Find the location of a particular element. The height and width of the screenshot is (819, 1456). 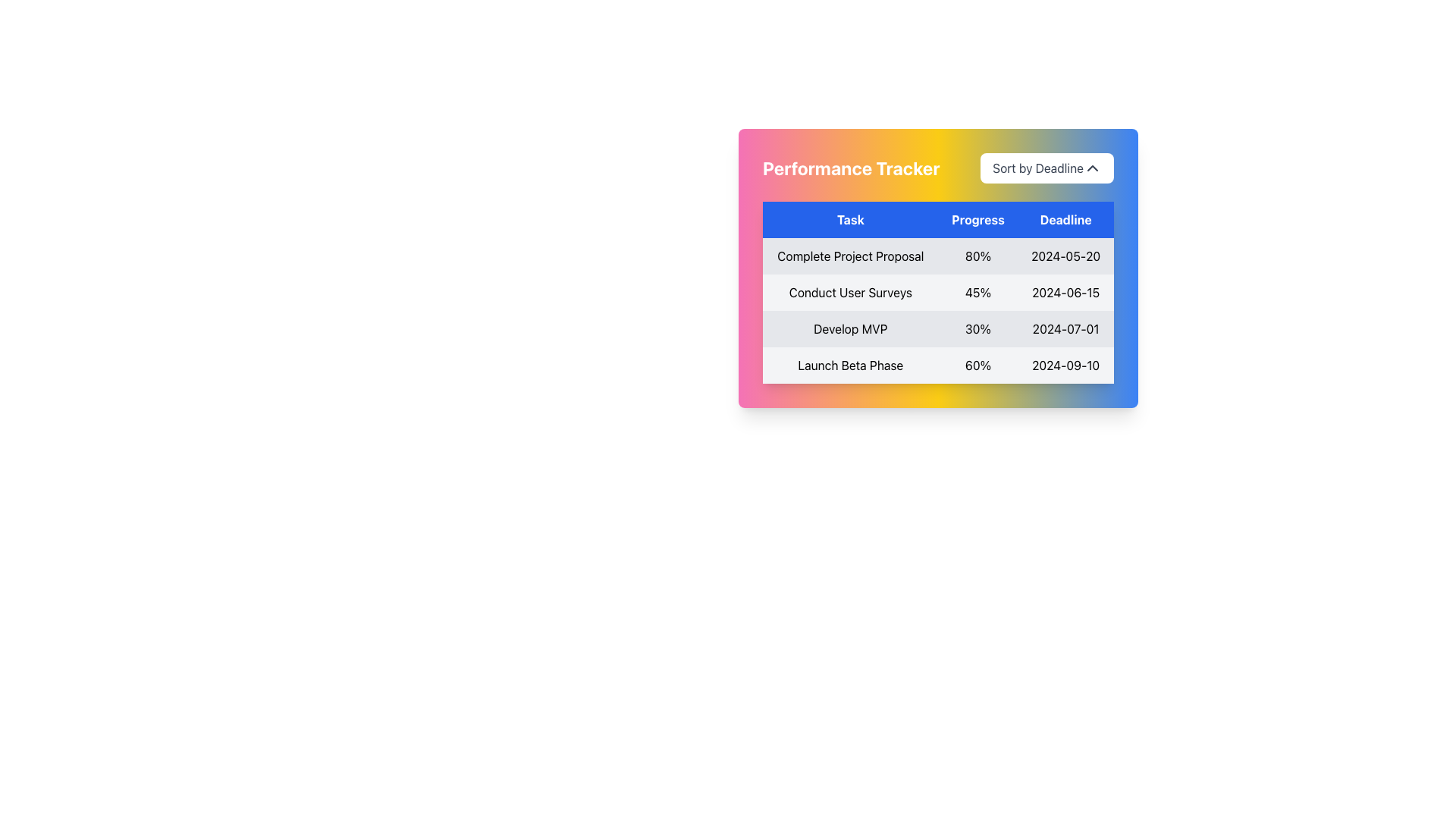

the text label displaying the deadline for the task 'Conduct User Surveys' located in the third column of the table is located at coordinates (1065, 292).